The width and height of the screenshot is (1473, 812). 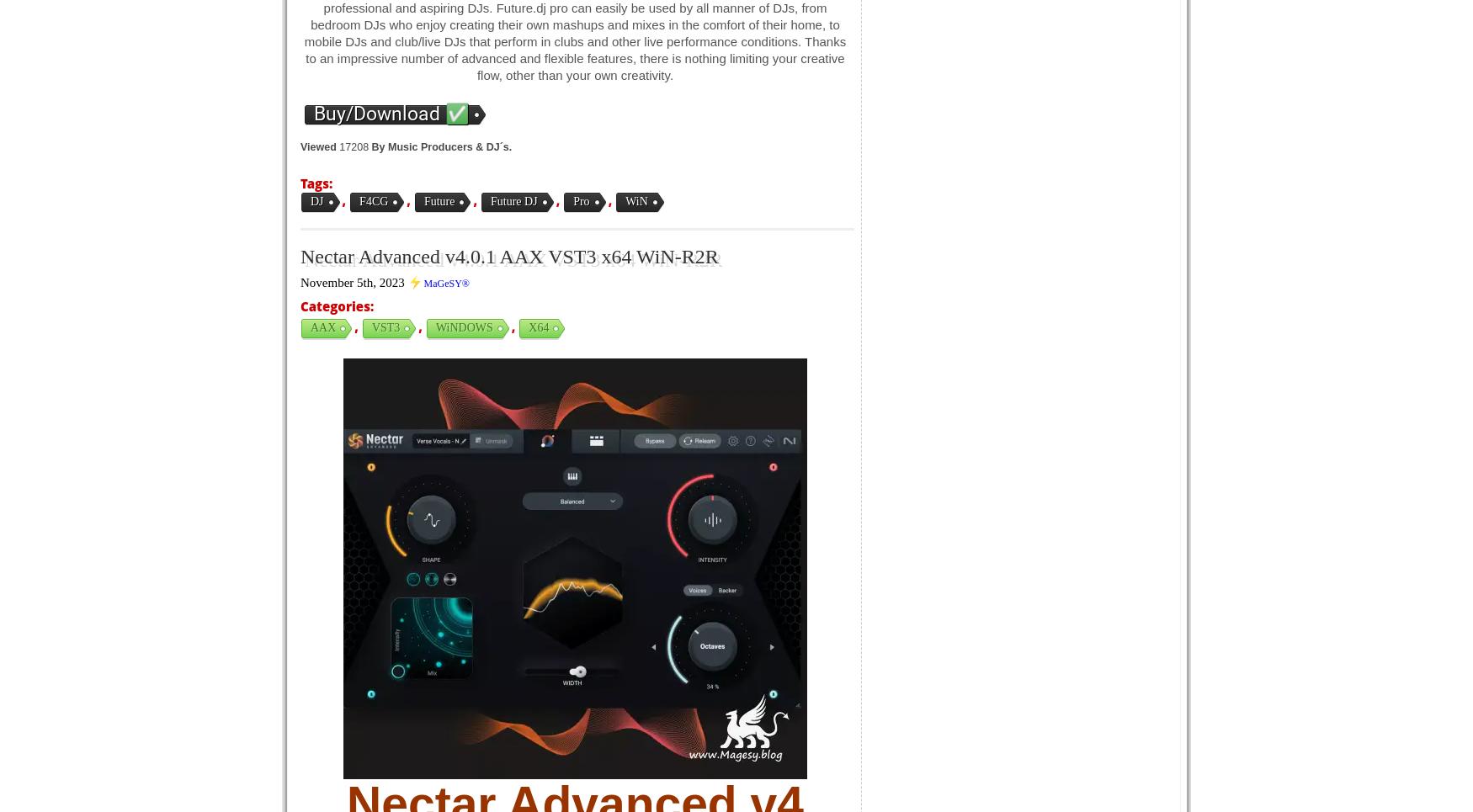 I want to click on 'Viewed', so click(x=317, y=146).